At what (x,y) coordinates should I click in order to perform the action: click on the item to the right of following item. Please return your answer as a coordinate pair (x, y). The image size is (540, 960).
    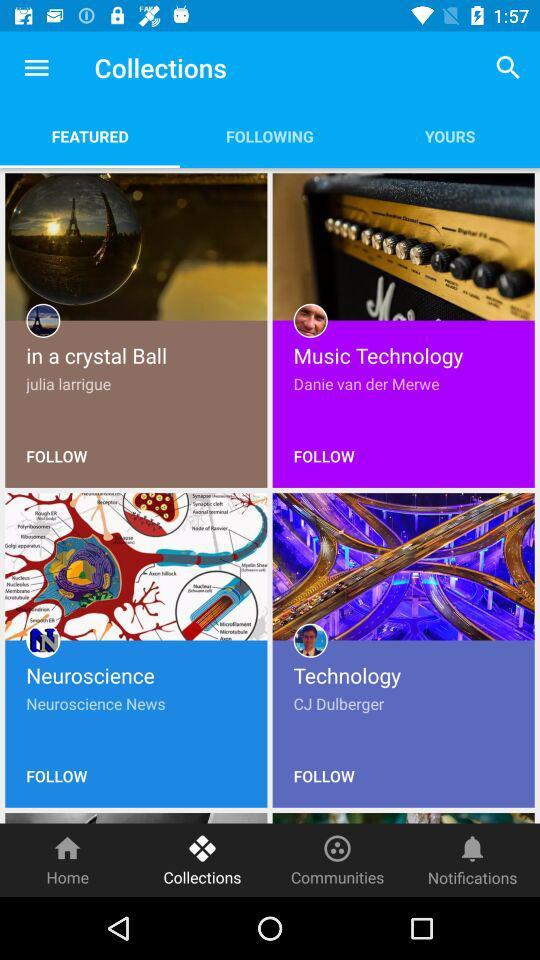
    Looking at the image, I should click on (449, 135).